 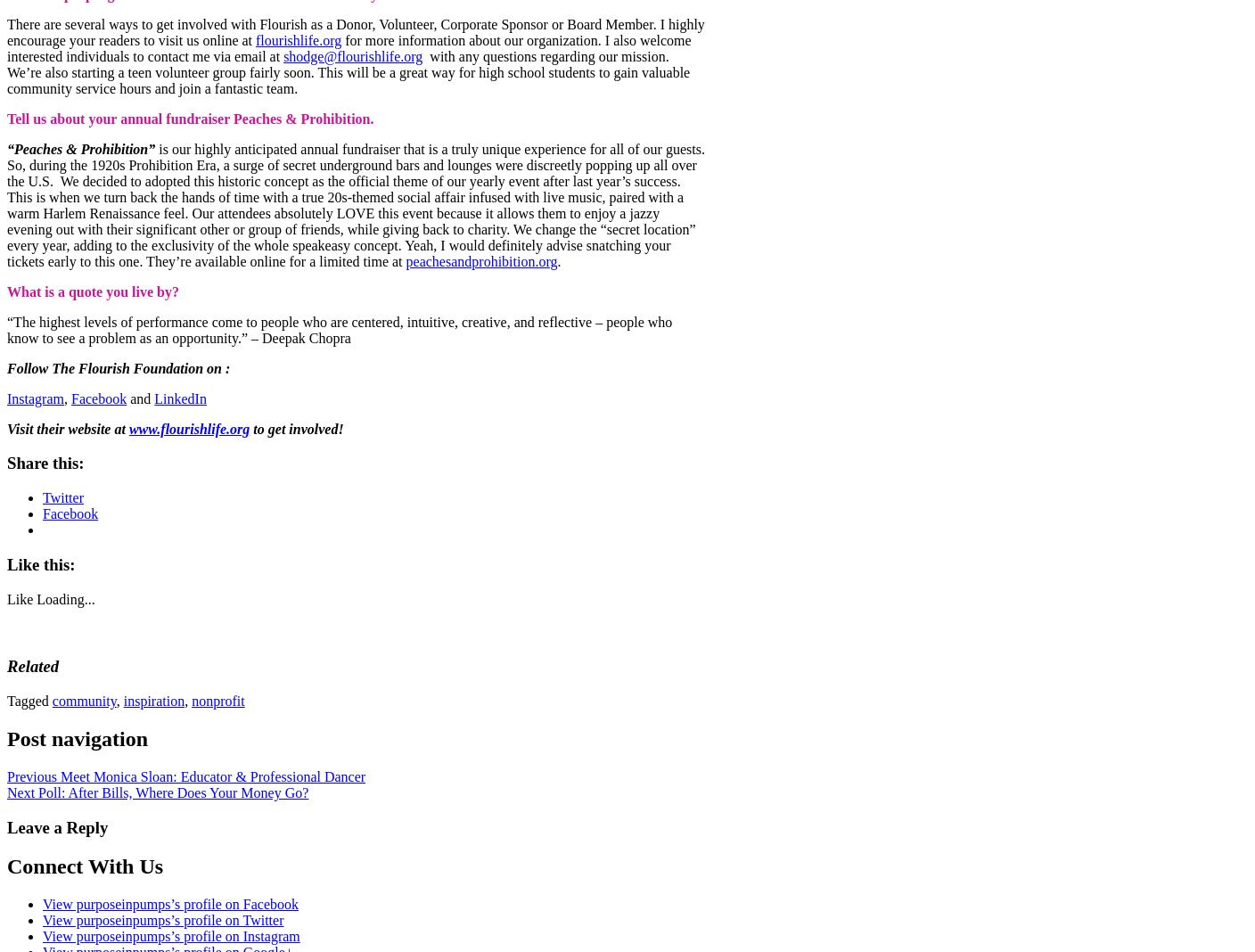 I want to click on 'View purposeinpumps’s profile on Facebook', so click(x=169, y=904).